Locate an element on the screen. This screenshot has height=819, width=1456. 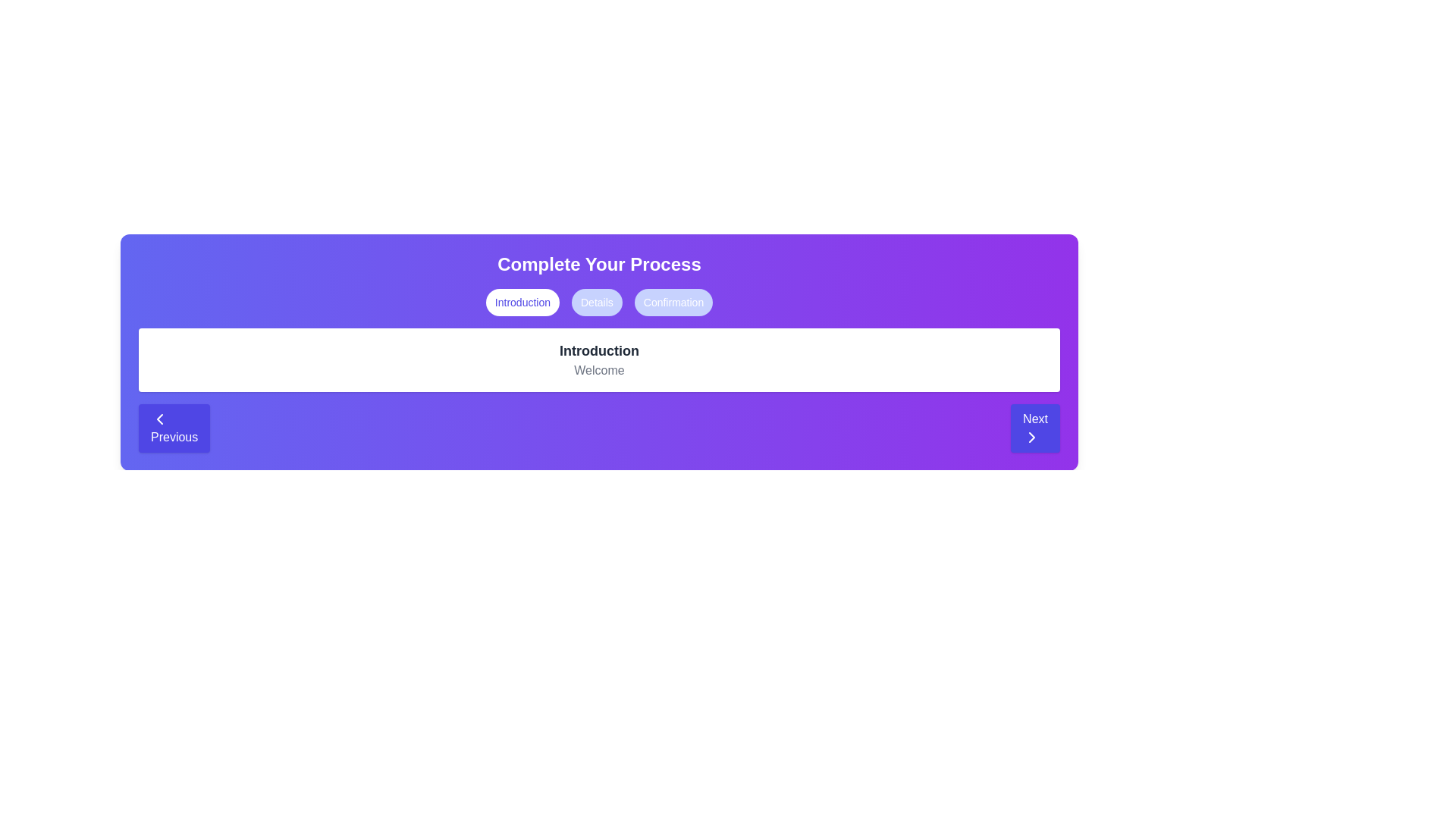
the right-pointing chevron icon within the 'Next' button located in the bottom-right corner is located at coordinates (1031, 438).